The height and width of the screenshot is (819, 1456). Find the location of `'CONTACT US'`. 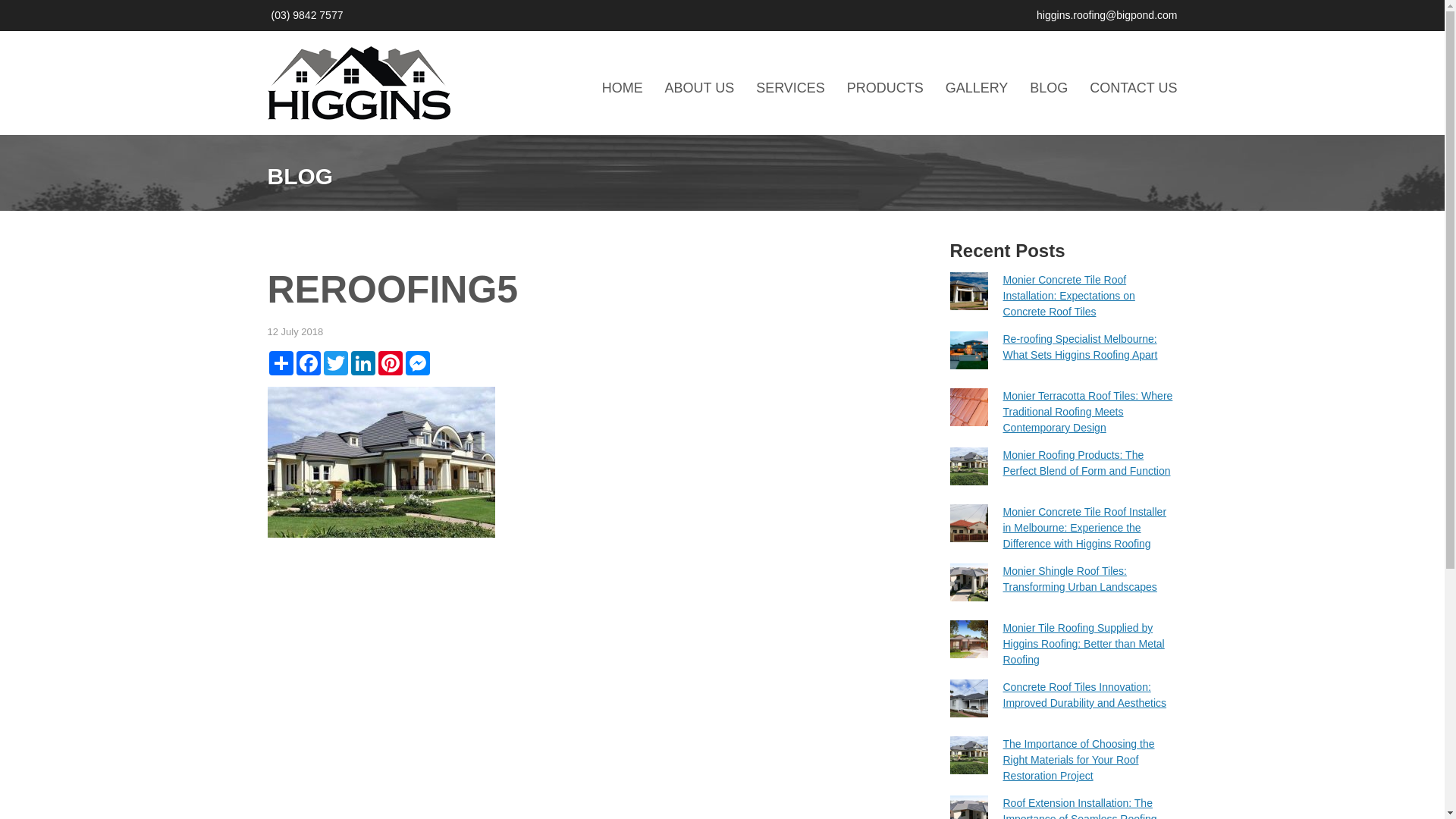

'CONTACT US' is located at coordinates (1133, 87).